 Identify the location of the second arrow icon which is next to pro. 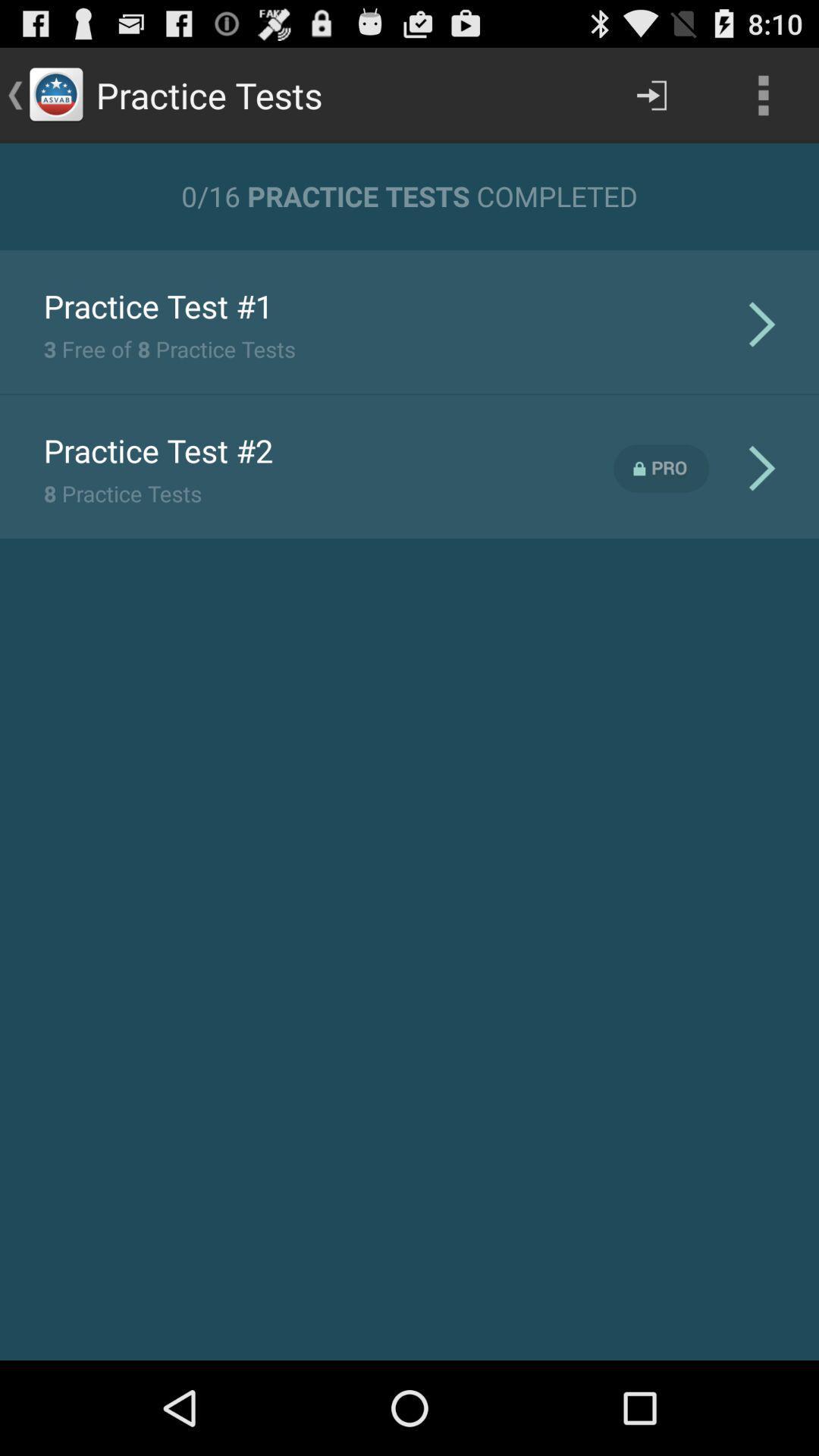
(762, 467).